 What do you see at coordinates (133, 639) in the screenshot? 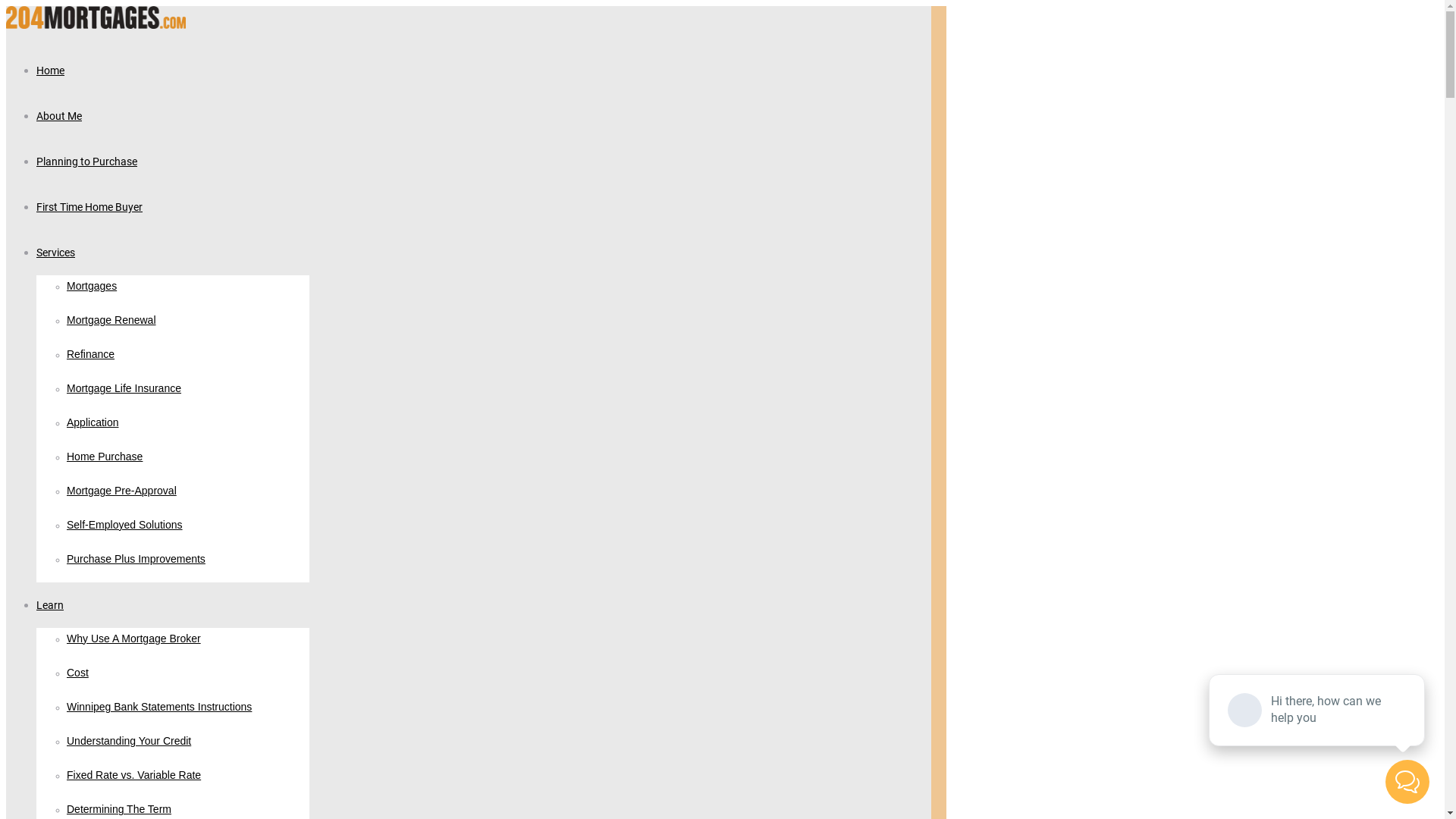
I see `'Why Use A Mortgage Broker'` at bounding box center [133, 639].